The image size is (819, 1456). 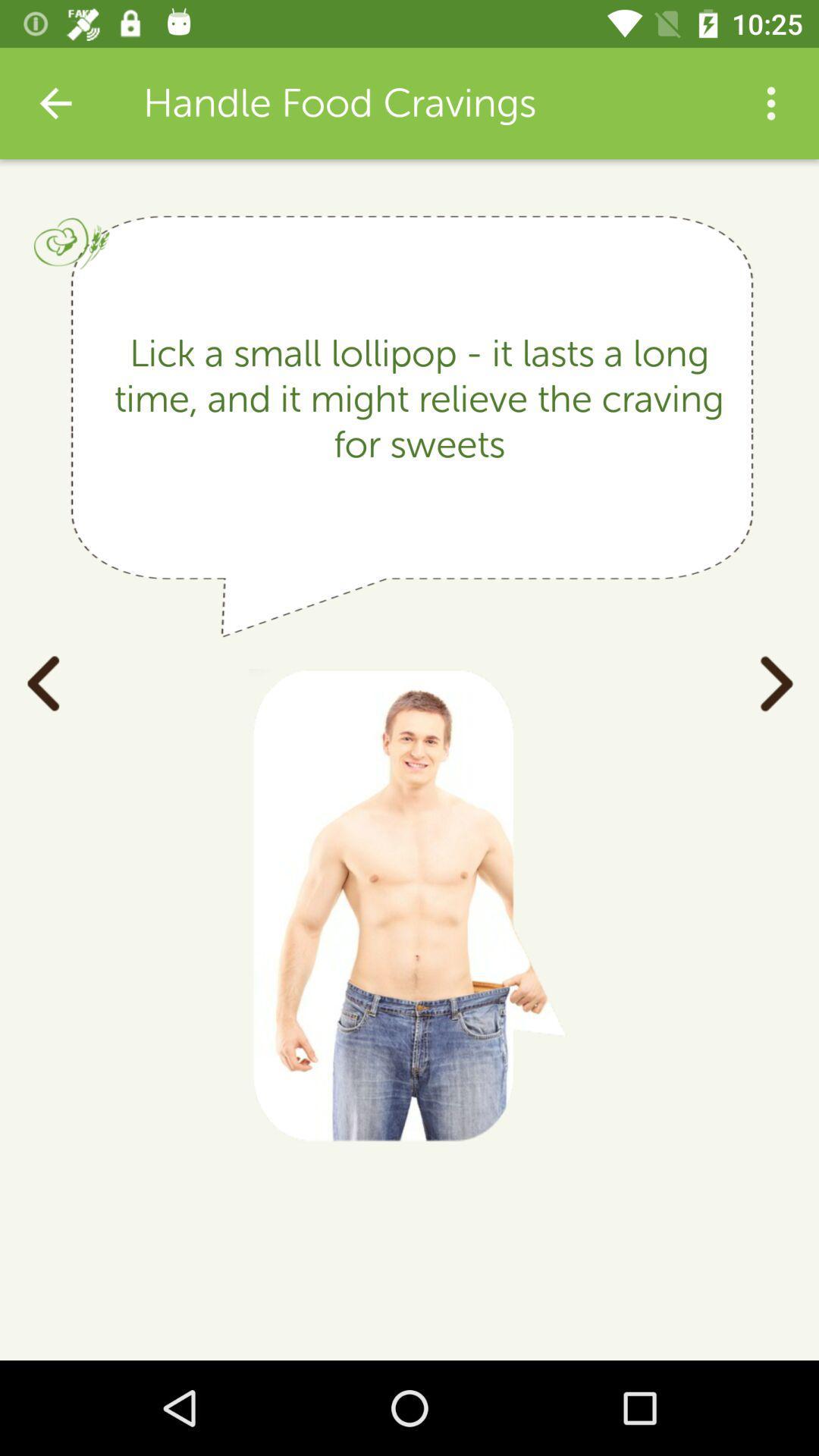 I want to click on the item next to handle food cravings item, so click(x=55, y=102).